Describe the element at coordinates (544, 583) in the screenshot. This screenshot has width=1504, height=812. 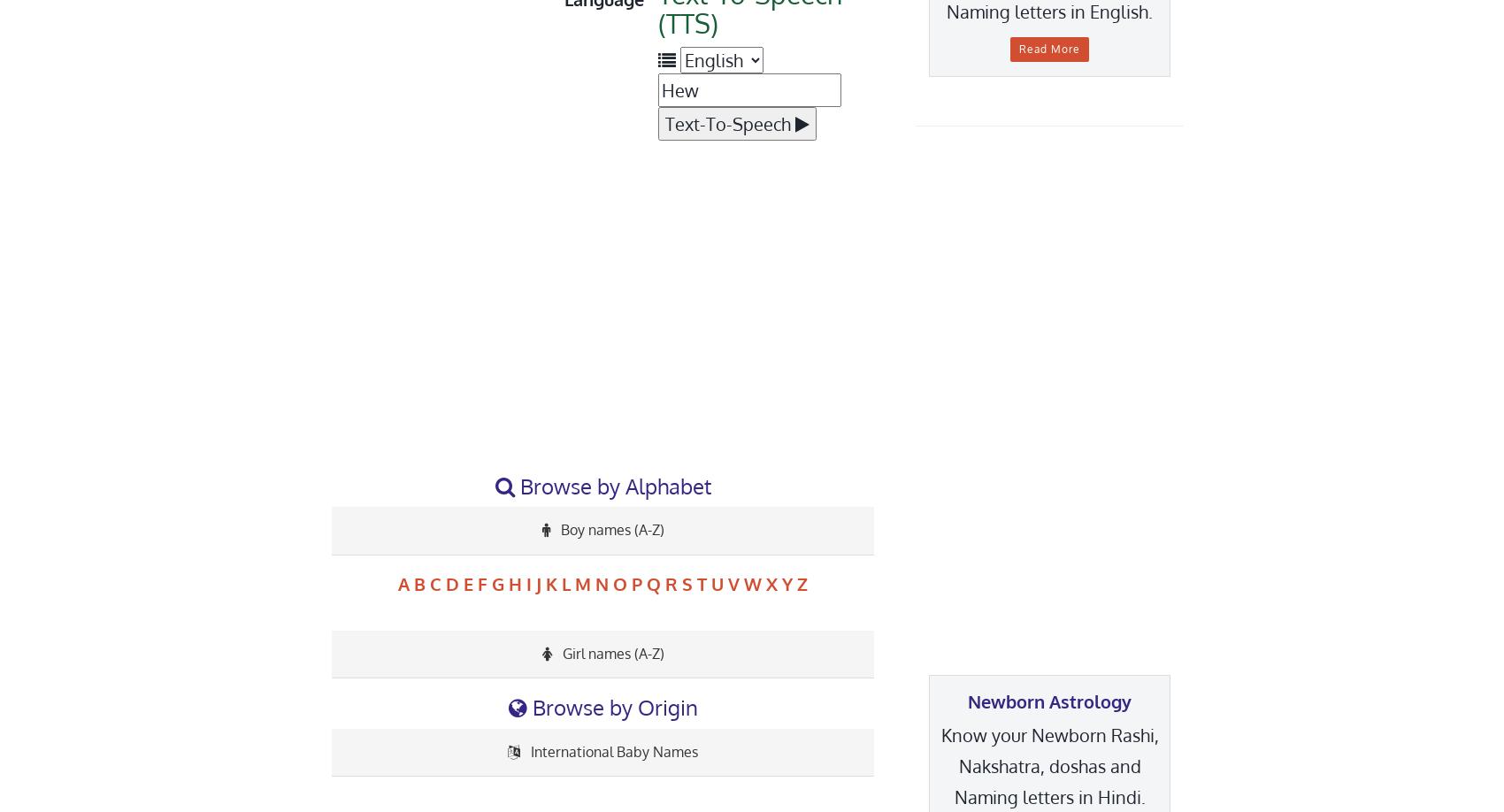
I see `'K'` at that location.